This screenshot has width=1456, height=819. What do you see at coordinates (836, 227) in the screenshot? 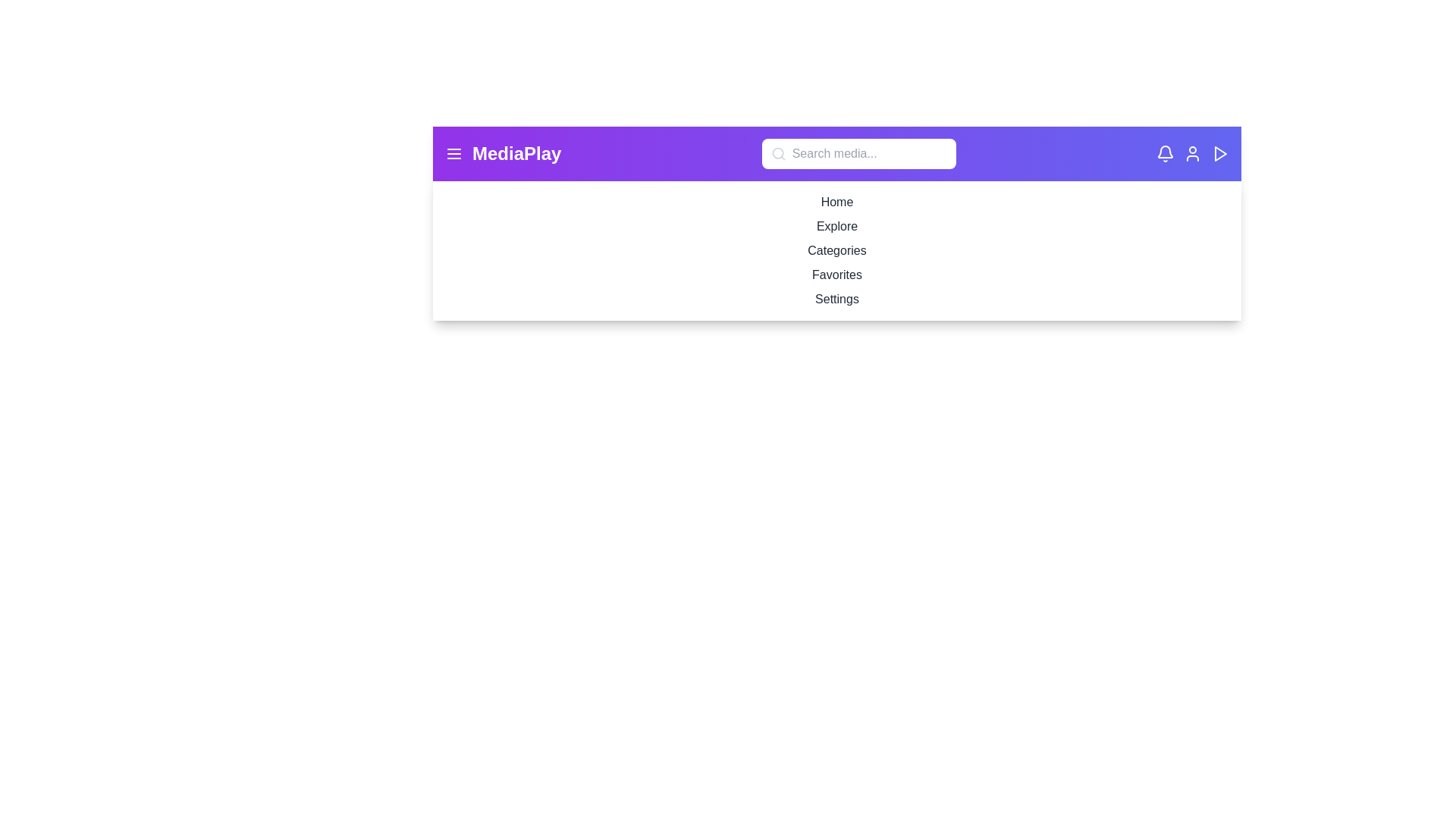
I see `the 'Explore' text label located as the second item in the vertical menu structure` at bounding box center [836, 227].